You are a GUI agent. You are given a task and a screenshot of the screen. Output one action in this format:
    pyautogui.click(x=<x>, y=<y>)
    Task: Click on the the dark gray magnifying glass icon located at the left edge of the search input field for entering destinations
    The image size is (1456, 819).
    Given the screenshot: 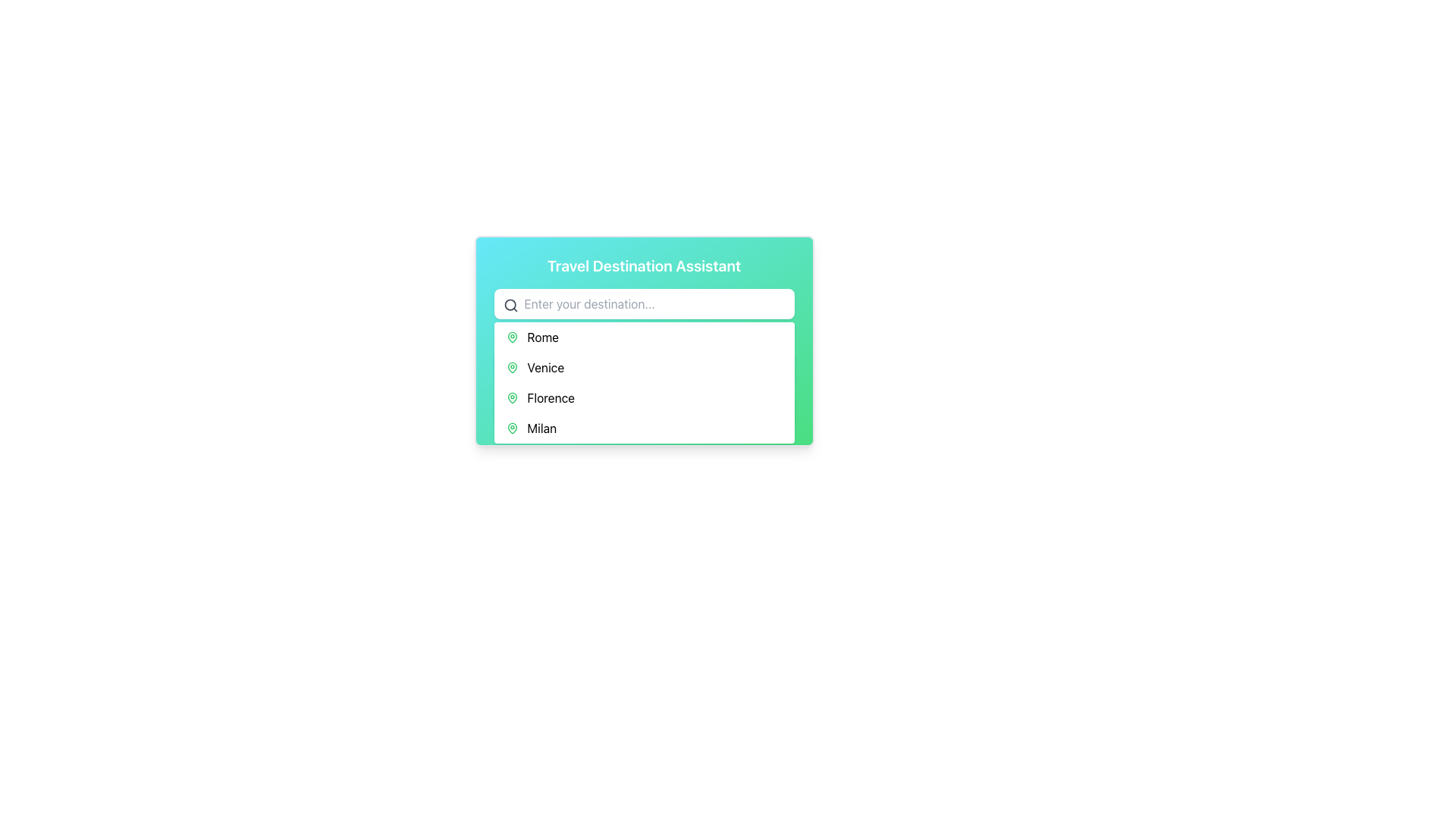 What is the action you would take?
    pyautogui.click(x=510, y=305)
    